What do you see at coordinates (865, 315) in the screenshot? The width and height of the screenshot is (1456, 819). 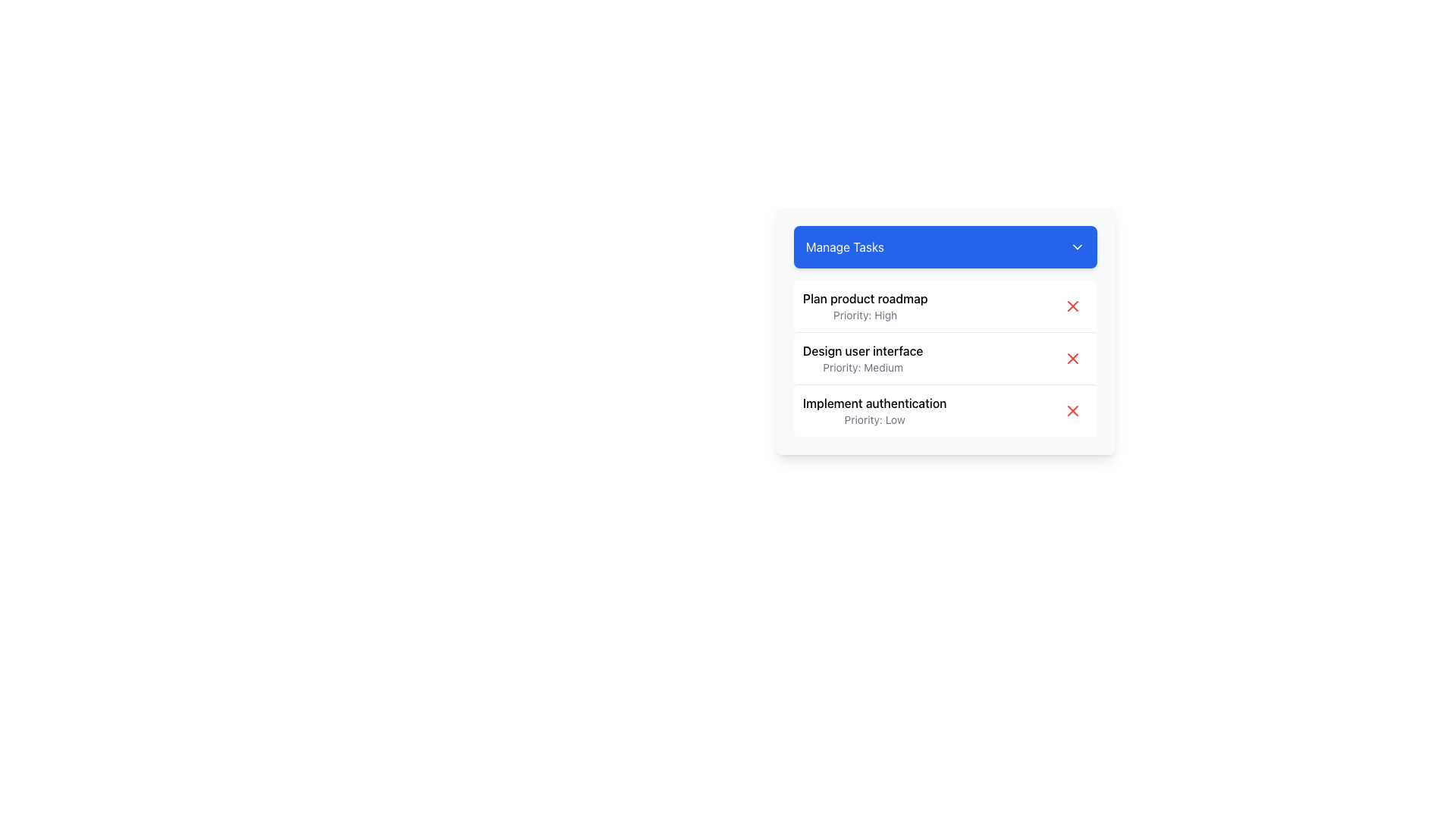 I see `the 'High' priority text label located below the 'Plan product roadmap' text, which indicates the task's priority level` at bounding box center [865, 315].